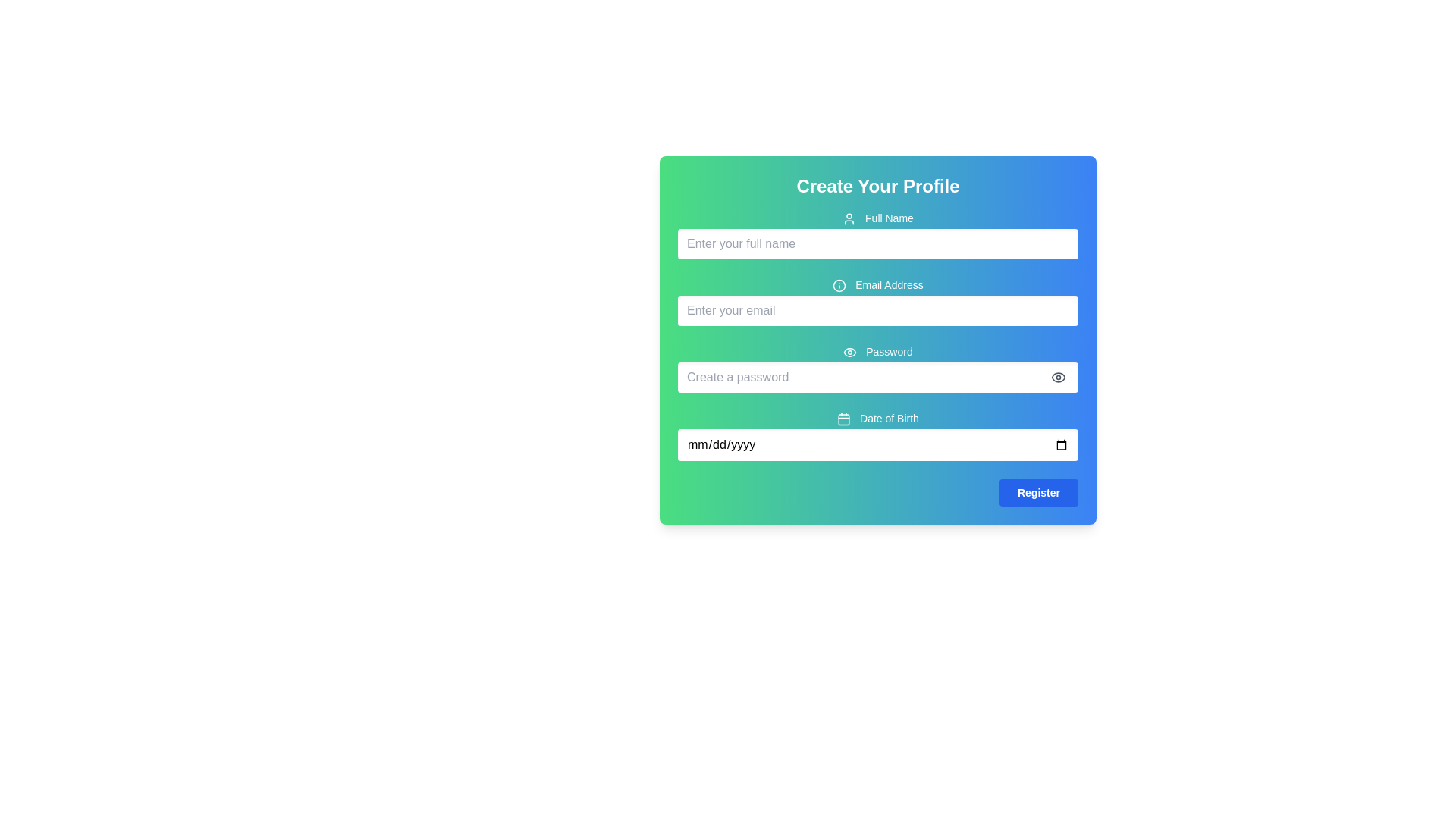 This screenshot has height=819, width=1456. What do you see at coordinates (849, 219) in the screenshot?
I see `the user icon located to the left of the 'Full Name' label, which is a minimalistic circular head shape above a curved line representing shoulders` at bounding box center [849, 219].